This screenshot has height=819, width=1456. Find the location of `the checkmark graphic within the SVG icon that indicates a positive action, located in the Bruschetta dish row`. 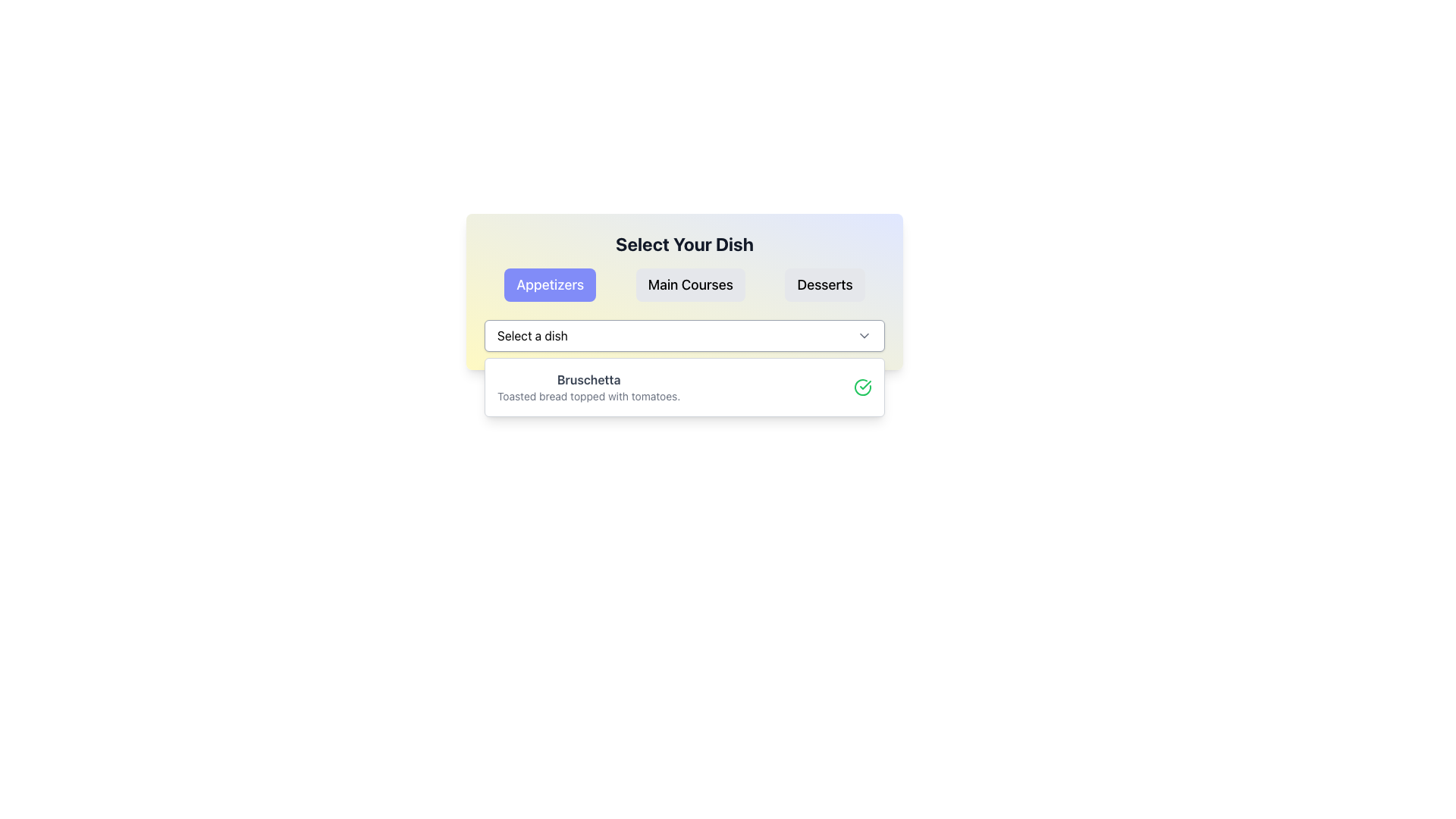

the checkmark graphic within the SVG icon that indicates a positive action, located in the Bruschetta dish row is located at coordinates (865, 384).